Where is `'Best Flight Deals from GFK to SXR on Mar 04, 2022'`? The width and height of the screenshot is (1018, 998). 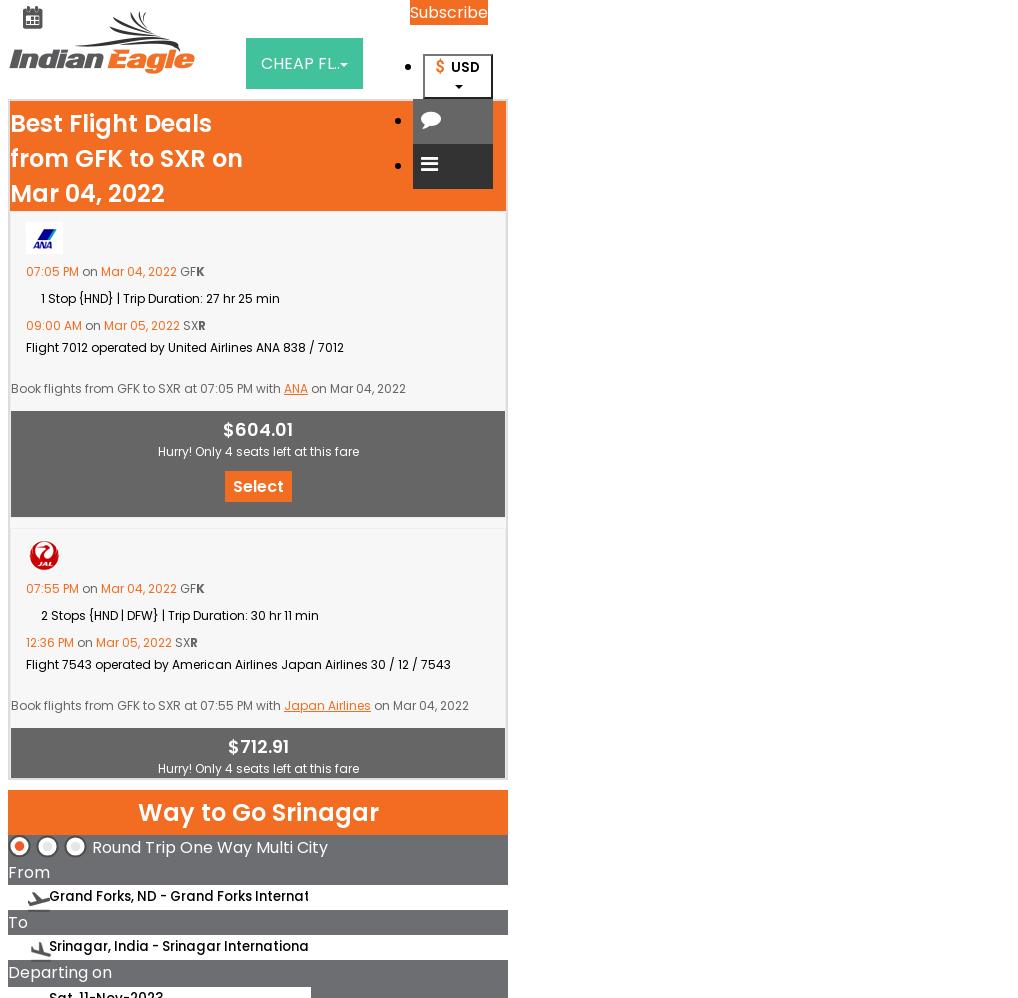 'Best Flight Deals from GFK to SXR on Mar 04, 2022' is located at coordinates (8, 157).